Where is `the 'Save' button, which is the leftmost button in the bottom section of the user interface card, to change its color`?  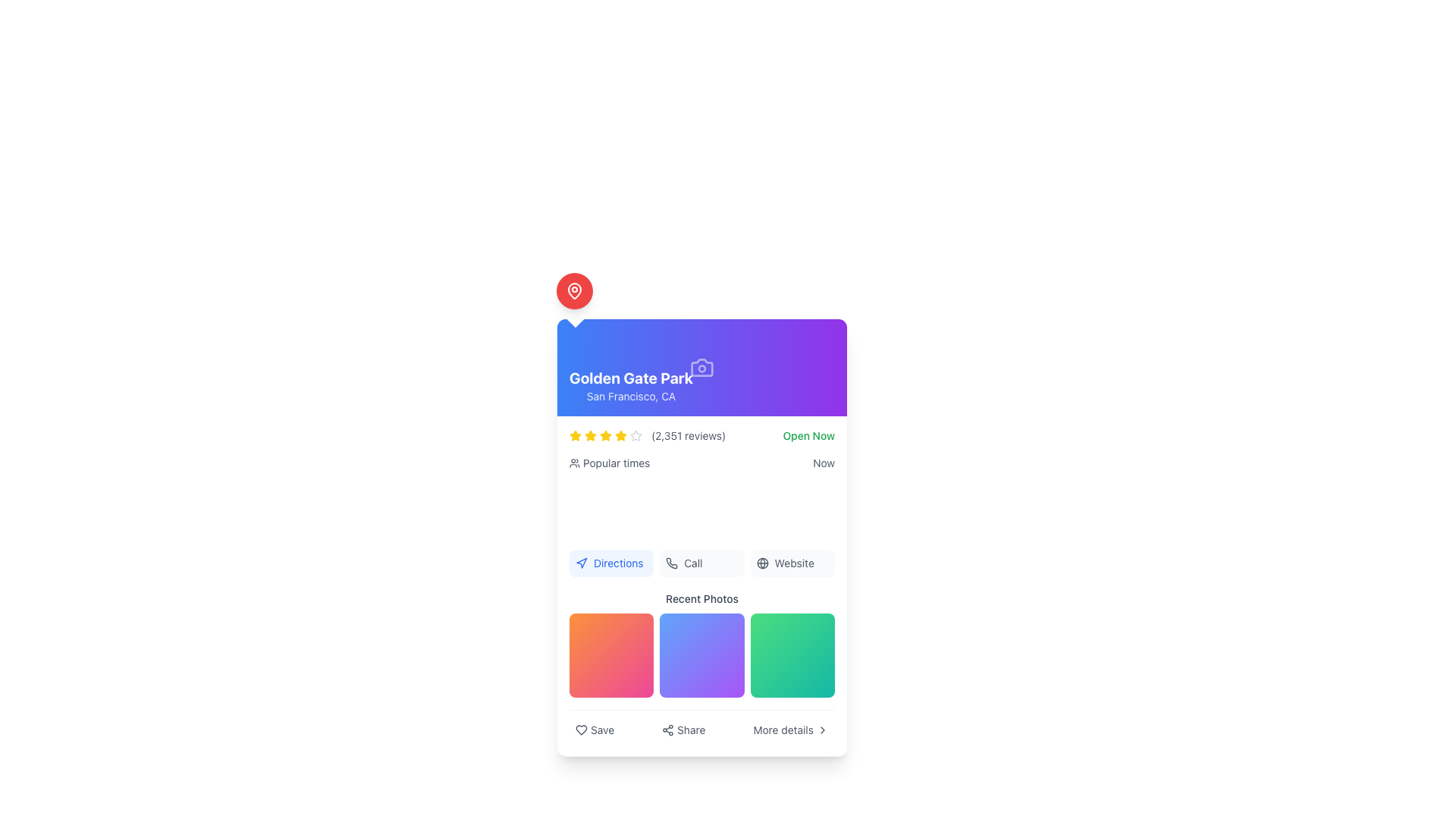
the 'Save' button, which is the leftmost button in the bottom section of the user interface card, to change its color is located at coordinates (594, 730).